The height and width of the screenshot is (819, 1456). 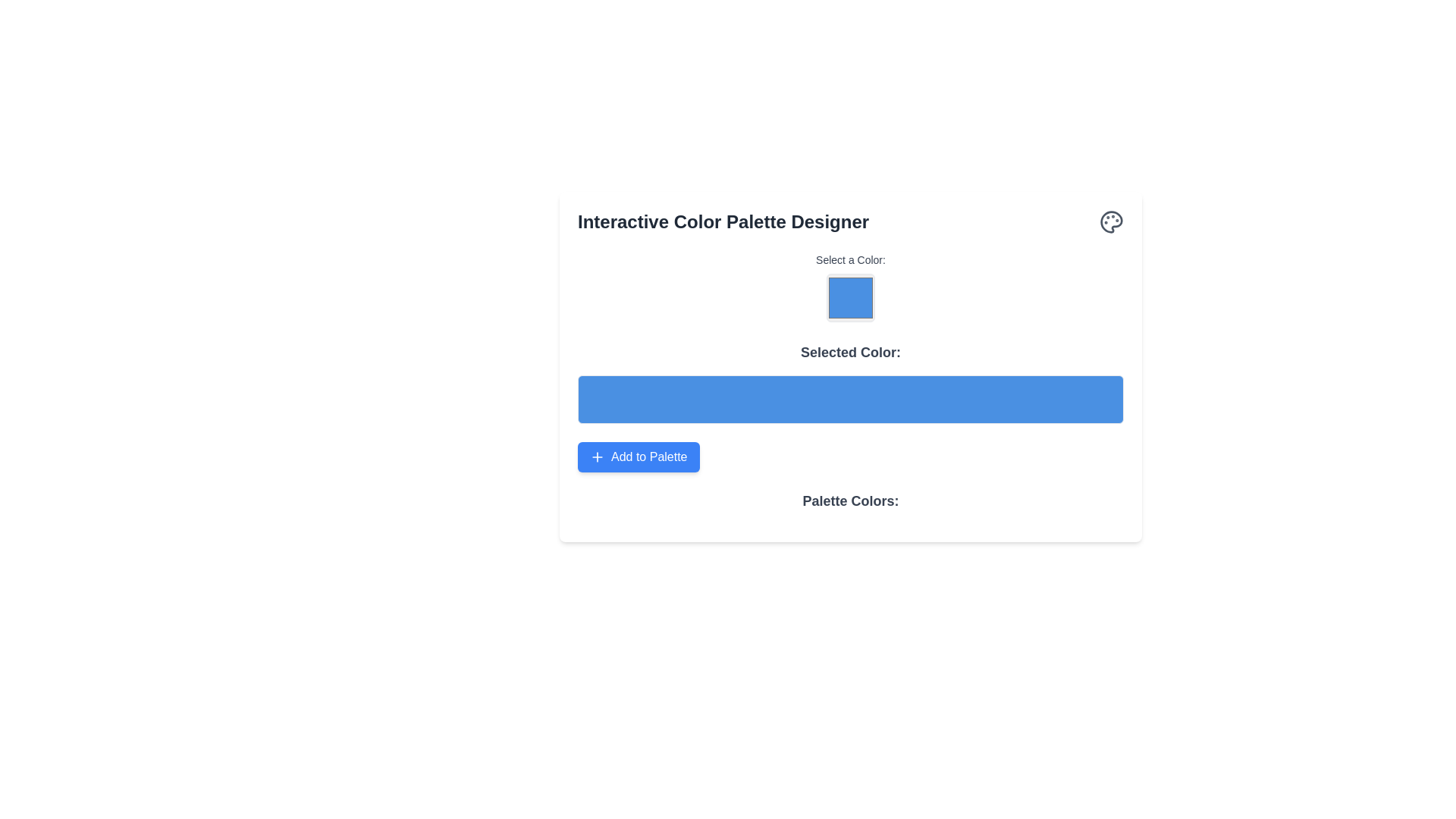 I want to click on displayed label 'Selected Color:' from the Label and Color Display located below the 'Select a Color' selector in the 'Interactive Color Palette Designer' interface, so click(x=851, y=382).